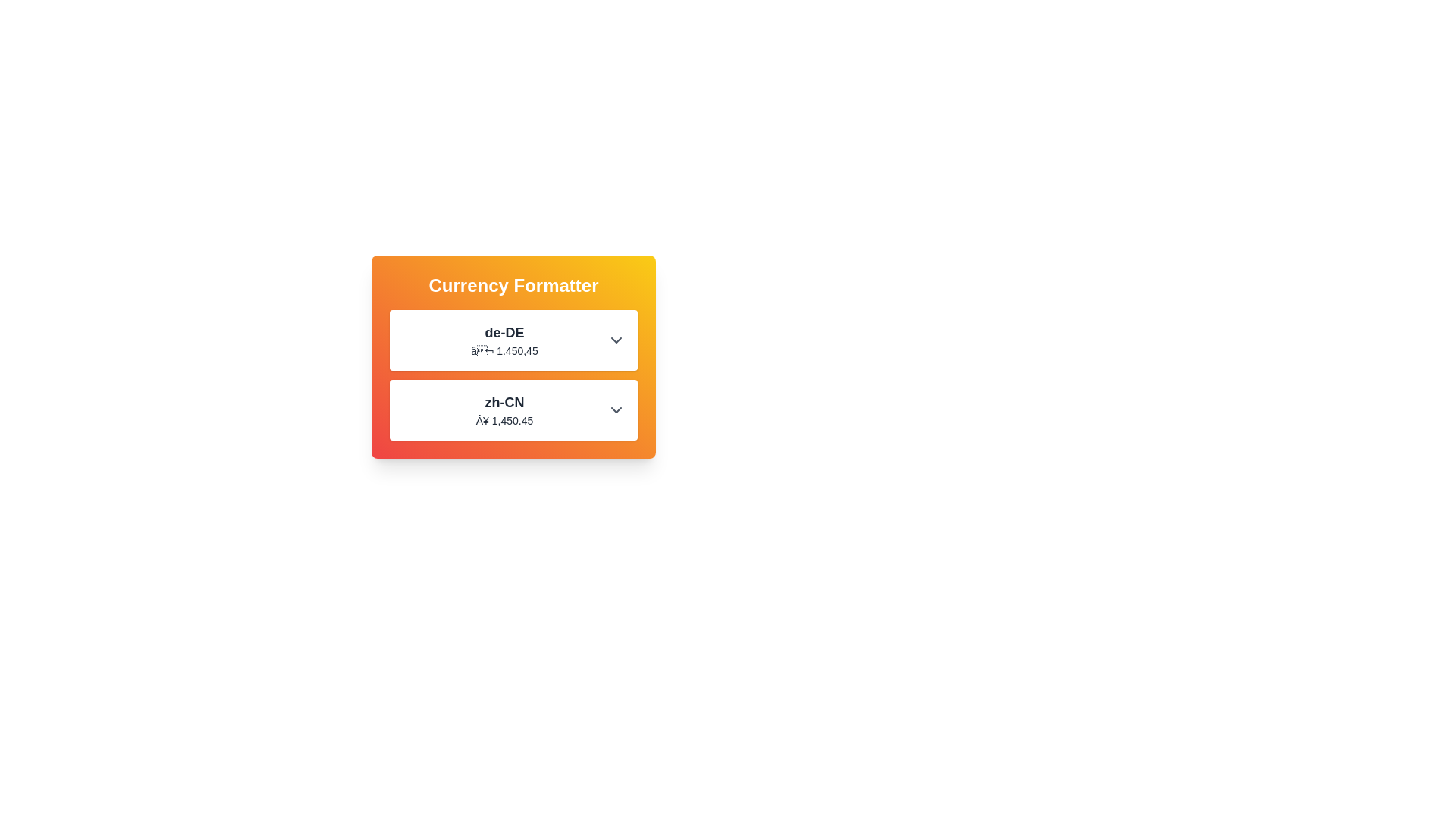  I want to click on the static text label displaying 'de-DE' in bold, which is positioned at the top of the currency formatter component, so click(504, 332).